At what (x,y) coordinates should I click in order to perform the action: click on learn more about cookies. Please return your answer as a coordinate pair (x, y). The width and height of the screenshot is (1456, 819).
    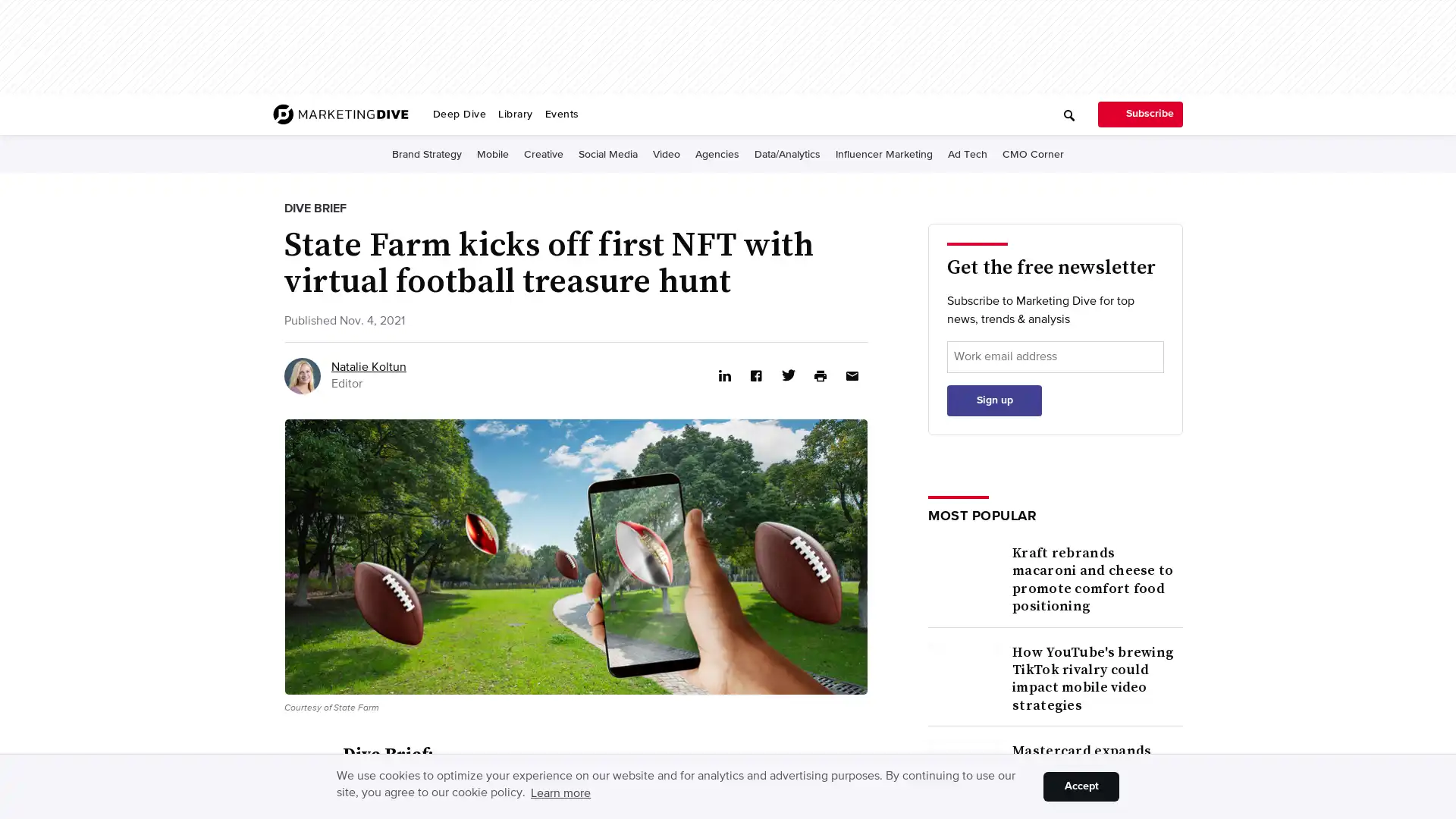
    Looking at the image, I should click on (560, 792).